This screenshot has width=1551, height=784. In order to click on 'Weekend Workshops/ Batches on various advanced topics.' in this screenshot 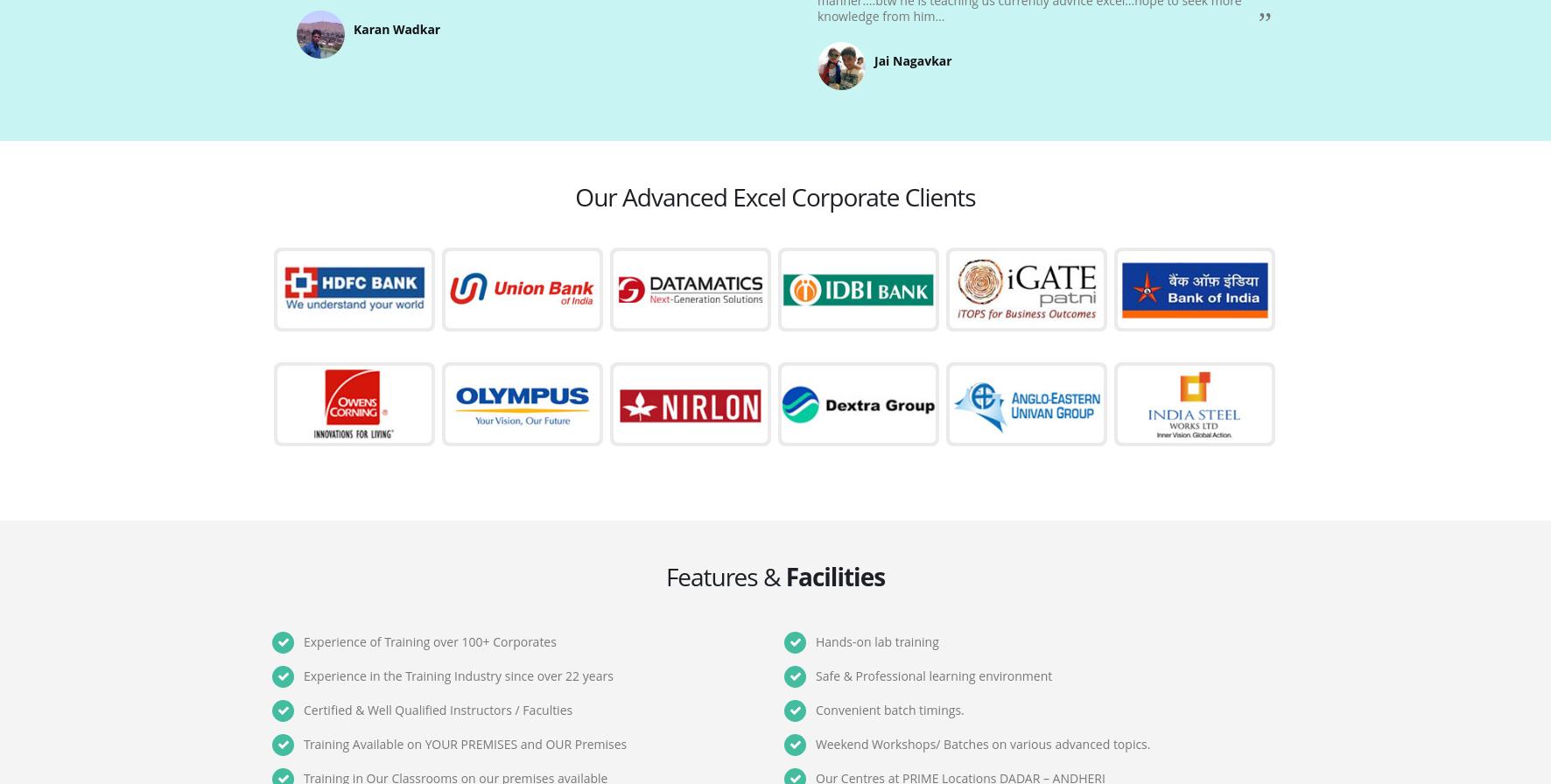, I will do `click(981, 744)`.